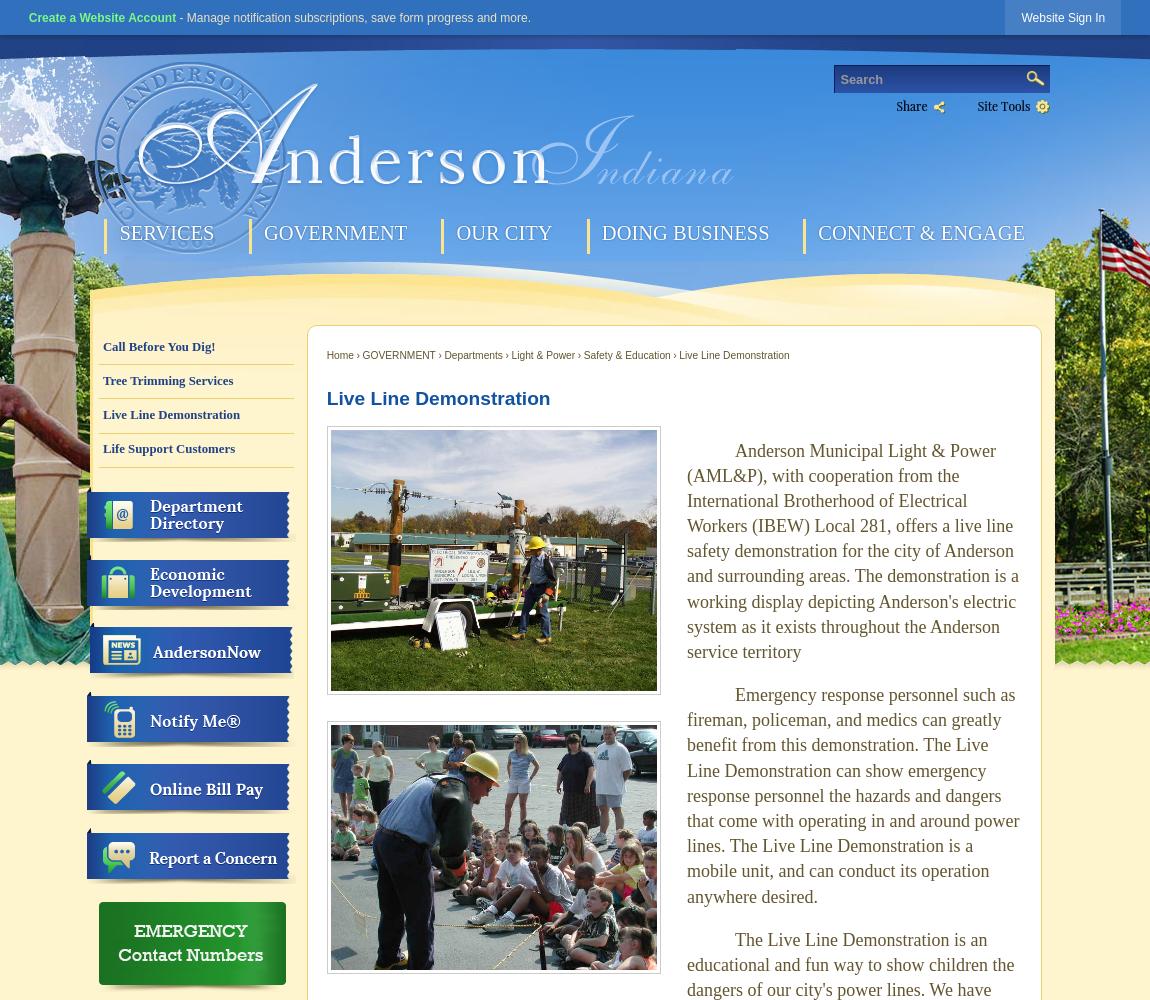 The width and height of the screenshot is (1150, 1000). Describe the element at coordinates (178, 18) in the screenshot. I see `'- Manage notification subscriptions, save form progress and more.'` at that location.